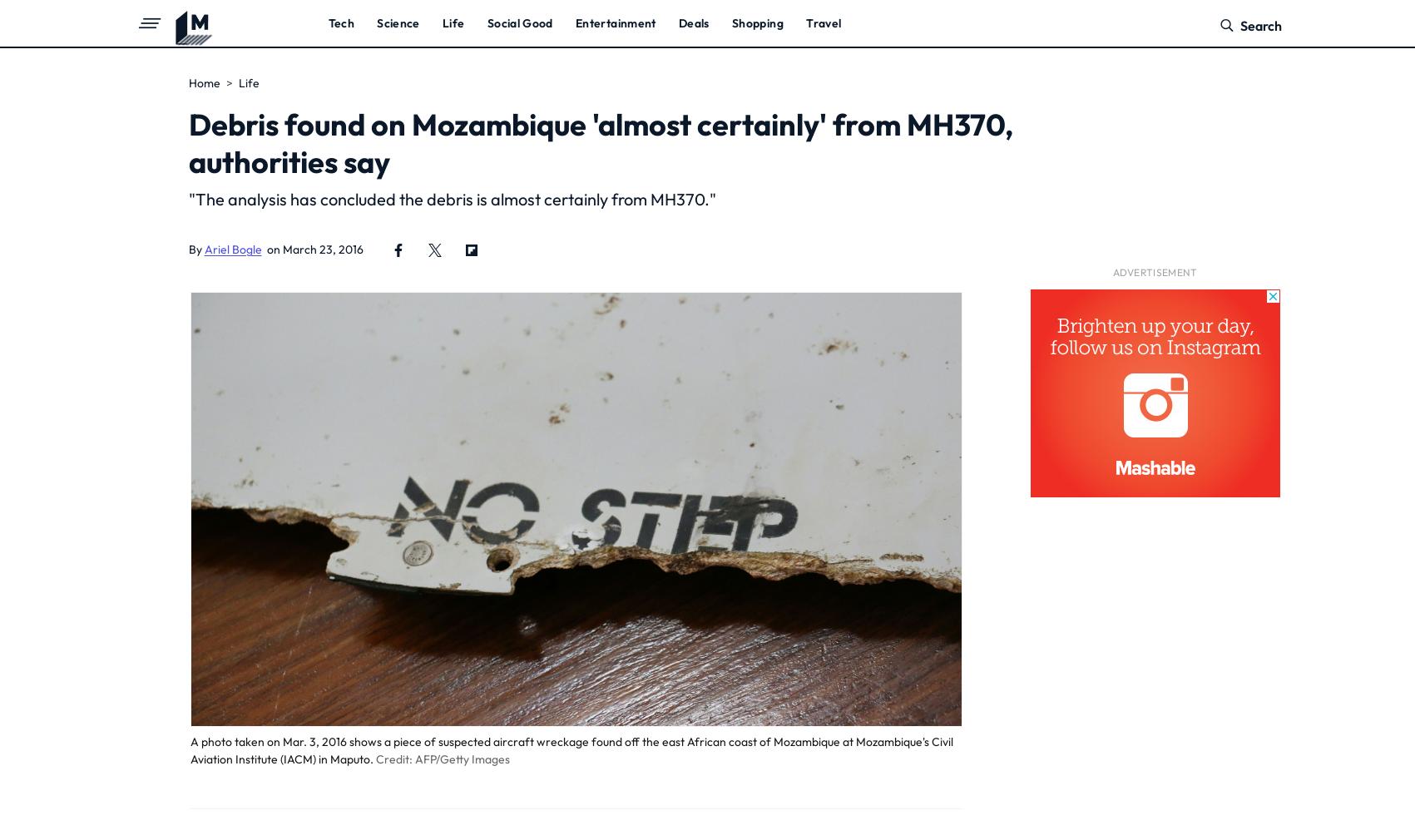 This screenshot has height=840, width=1415. Describe the element at coordinates (756, 22) in the screenshot. I see `'Shopping'` at that location.